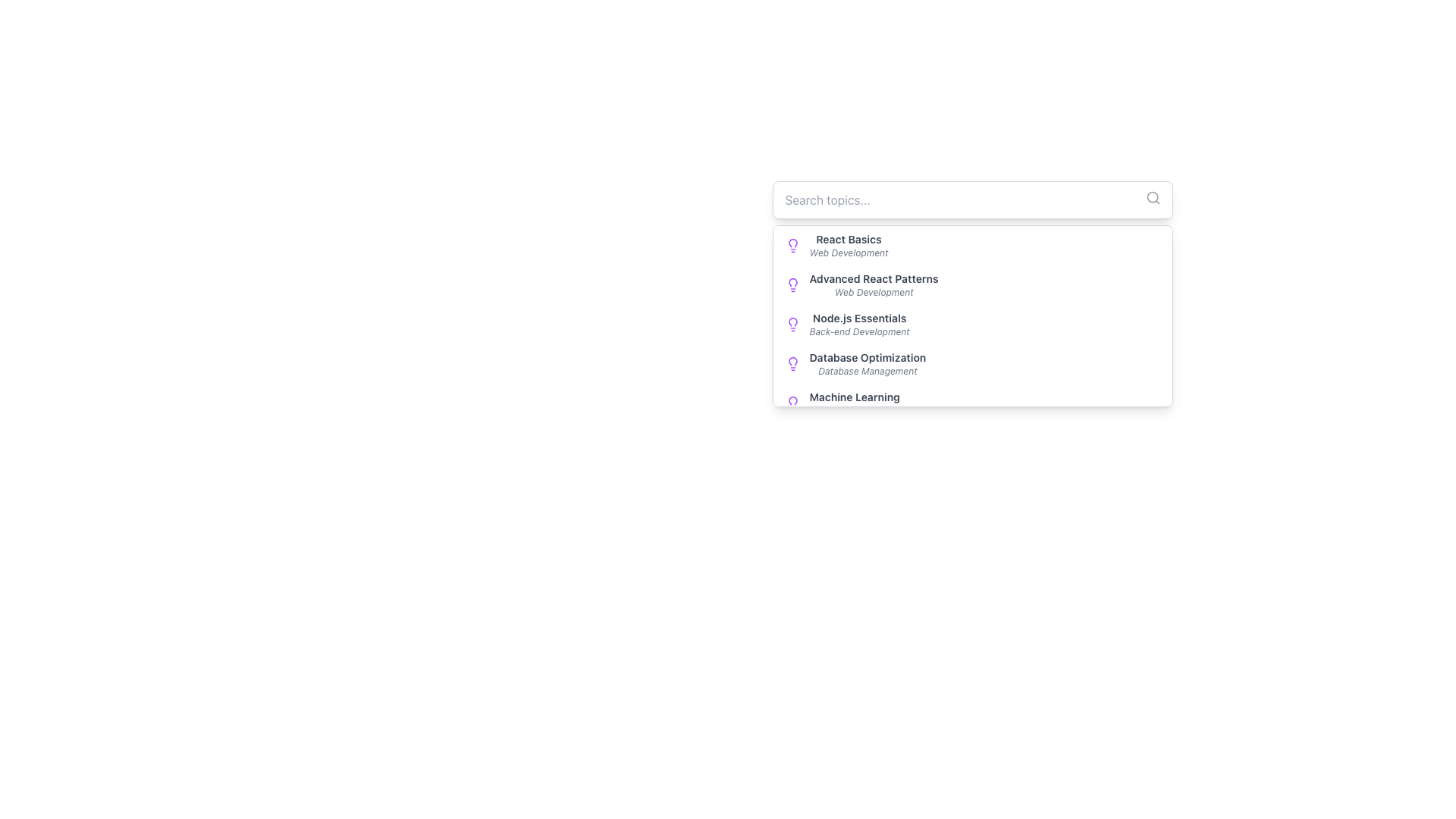  What do you see at coordinates (859, 318) in the screenshot?
I see `the topic title text label located in the third row of the selection menu` at bounding box center [859, 318].